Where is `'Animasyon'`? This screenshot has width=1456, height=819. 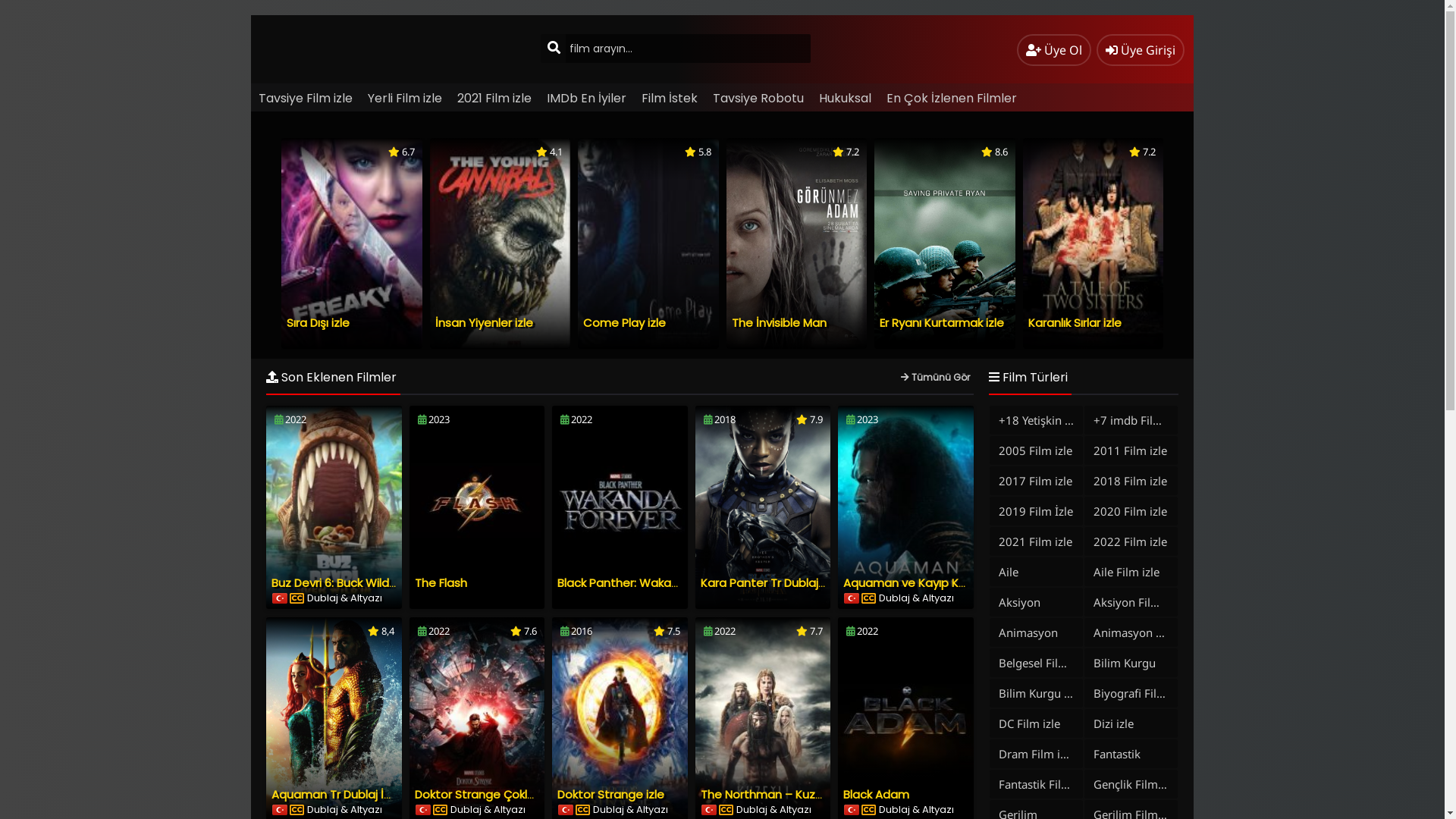 'Animasyon' is located at coordinates (1035, 632).